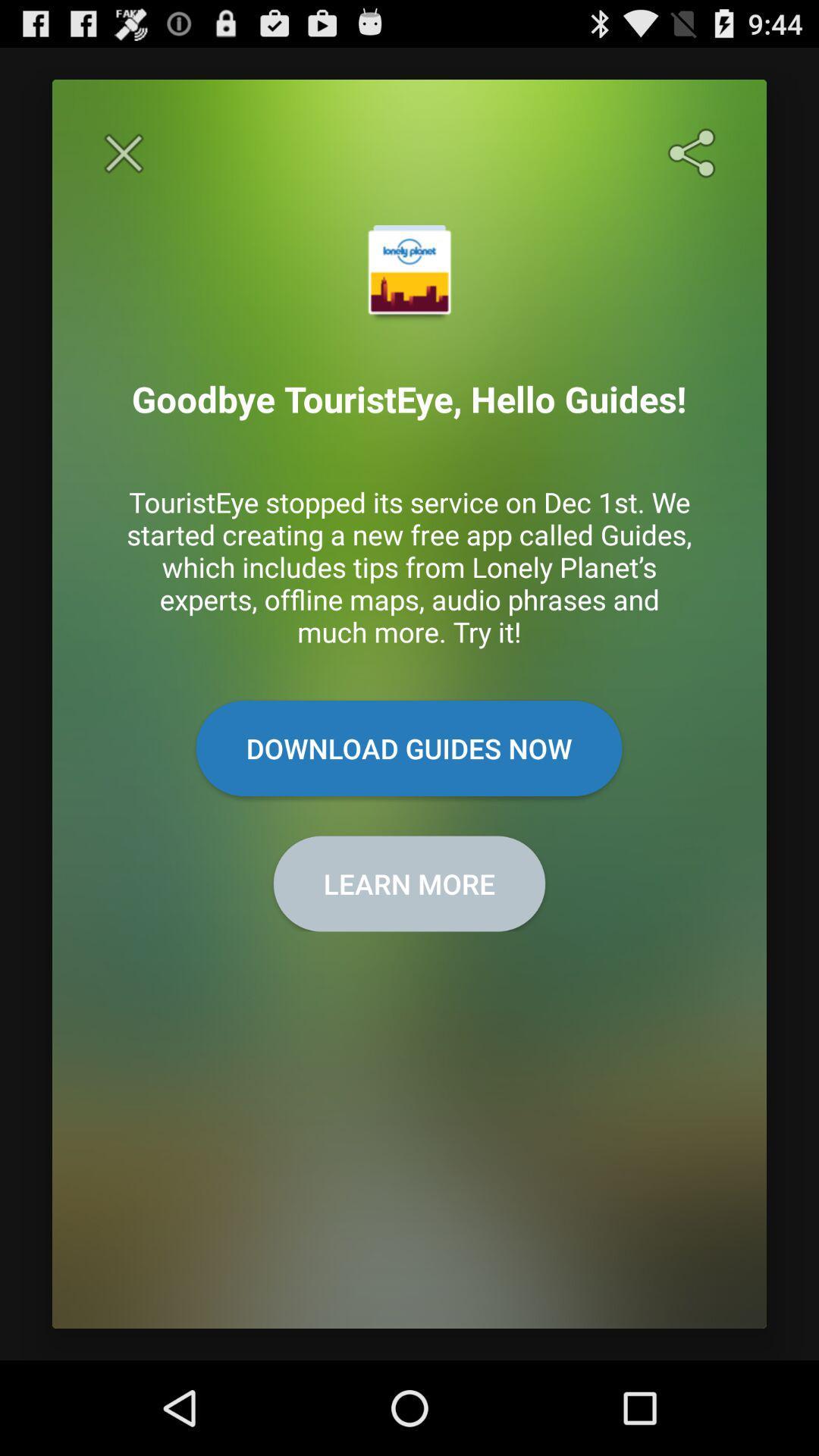 The width and height of the screenshot is (819, 1456). I want to click on the icon at the top right corner, so click(695, 153).